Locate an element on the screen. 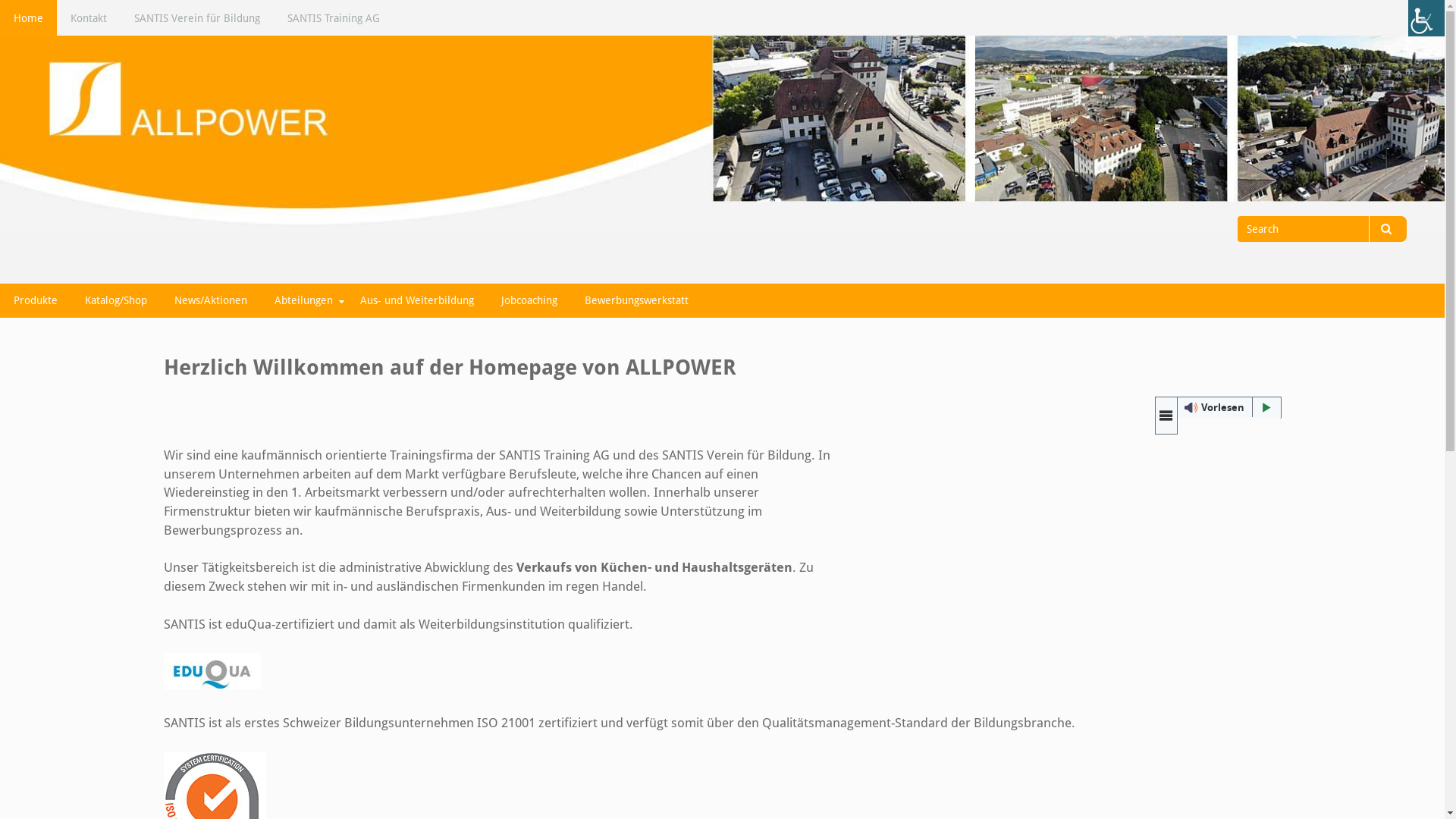 This screenshot has height=819, width=1456. 'Accessibility Helper sidebar' is located at coordinates (1426, 17).